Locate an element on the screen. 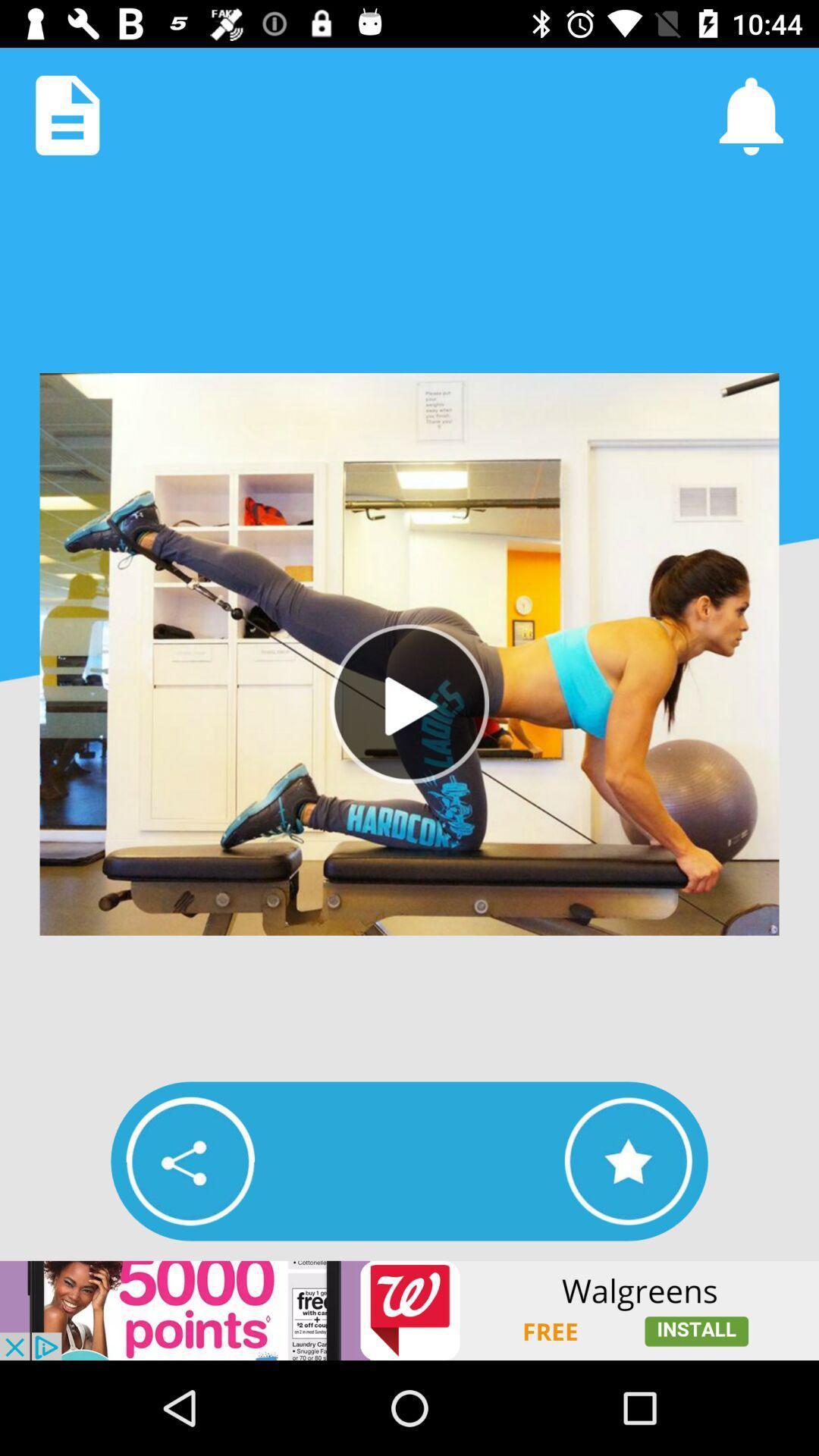  the description icon is located at coordinates (67, 115).